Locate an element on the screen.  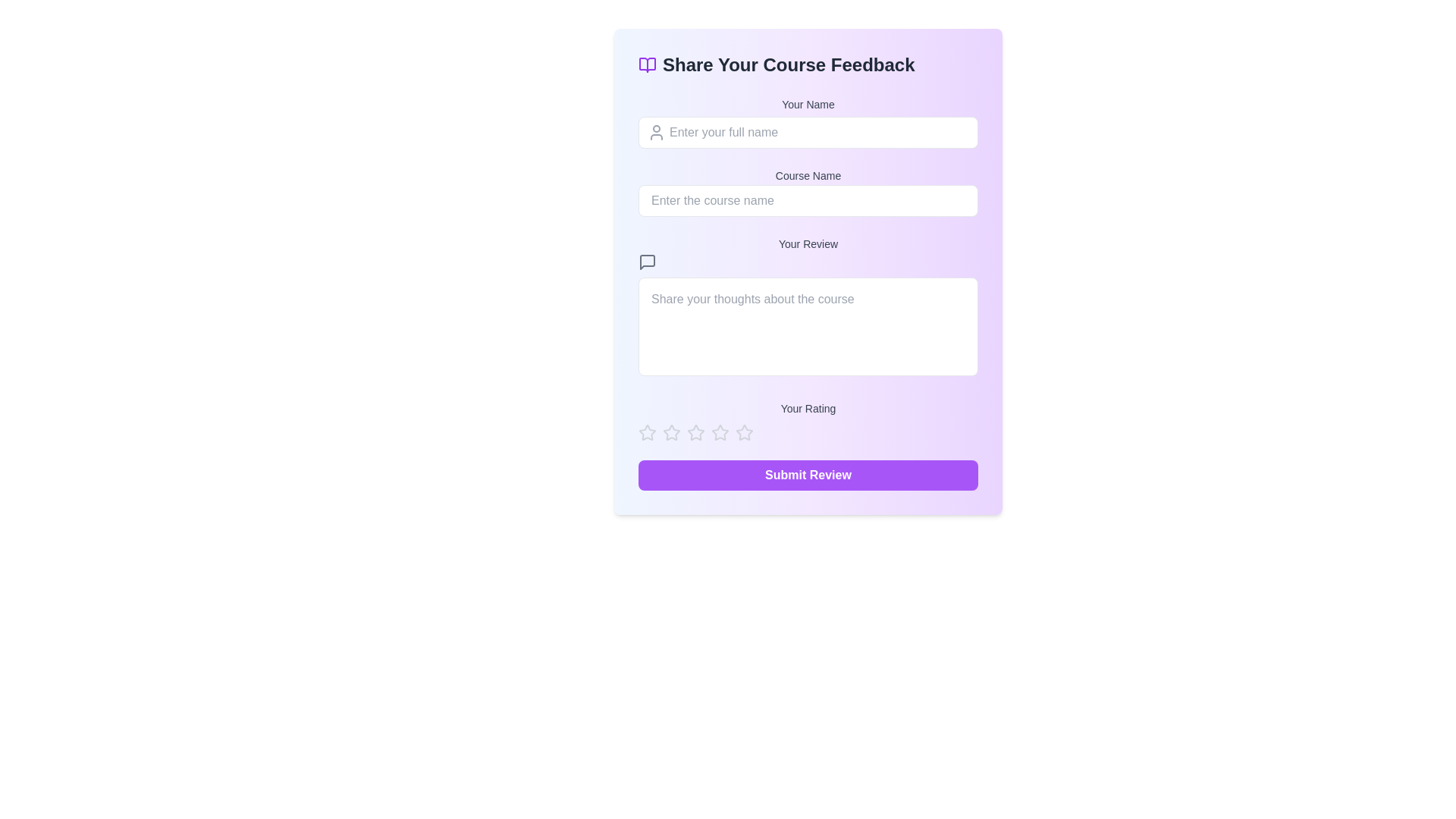
the user icon, which is a minimalist grayish circle and semi-oval located to the left of the 'Enter your full name' text input box is located at coordinates (656, 131).